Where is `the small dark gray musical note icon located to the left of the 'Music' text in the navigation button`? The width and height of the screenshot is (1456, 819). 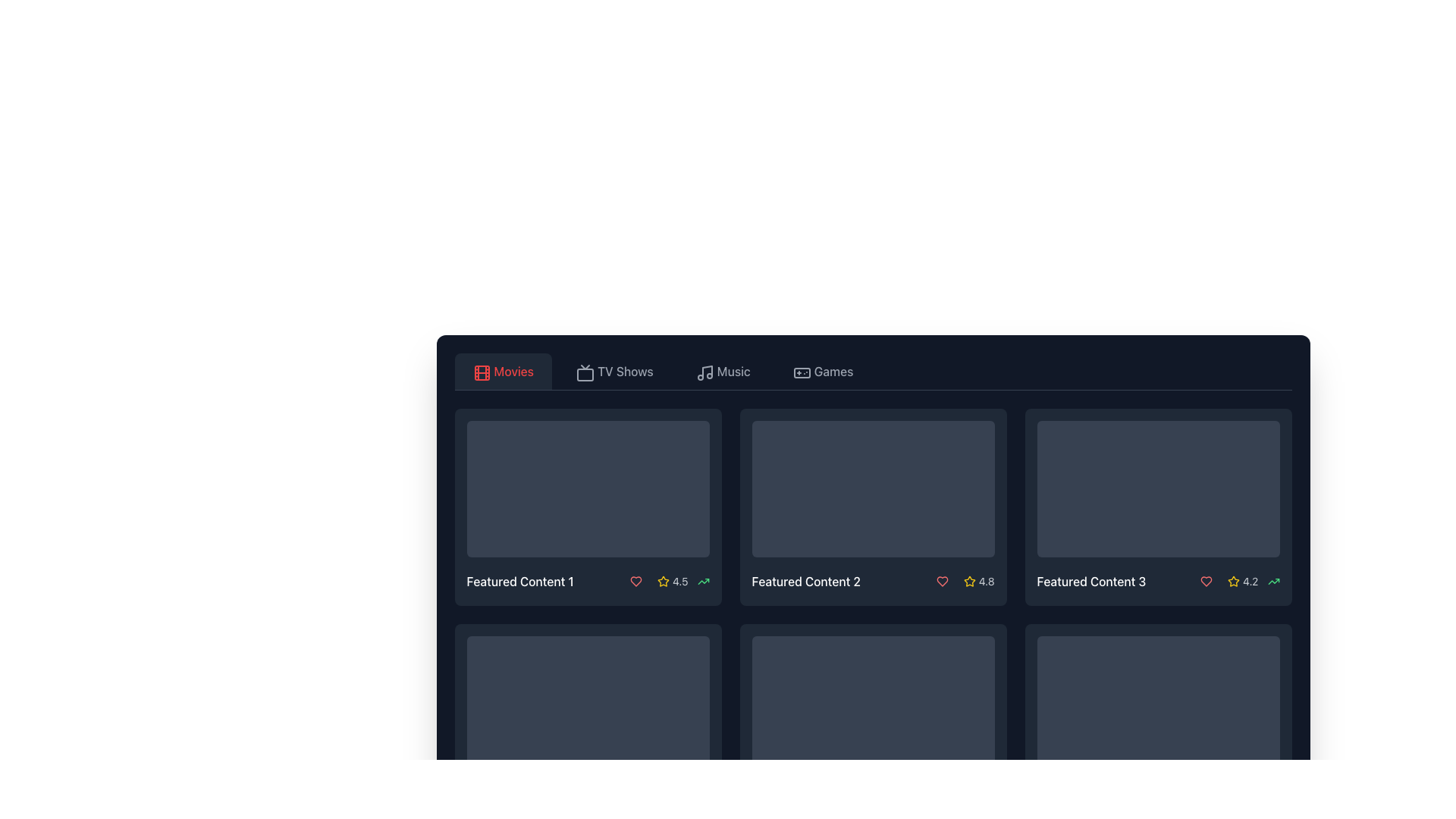 the small dark gray musical note icon located to the left of the 'Music' text in the navigation button is located at coordinates (702, 371).